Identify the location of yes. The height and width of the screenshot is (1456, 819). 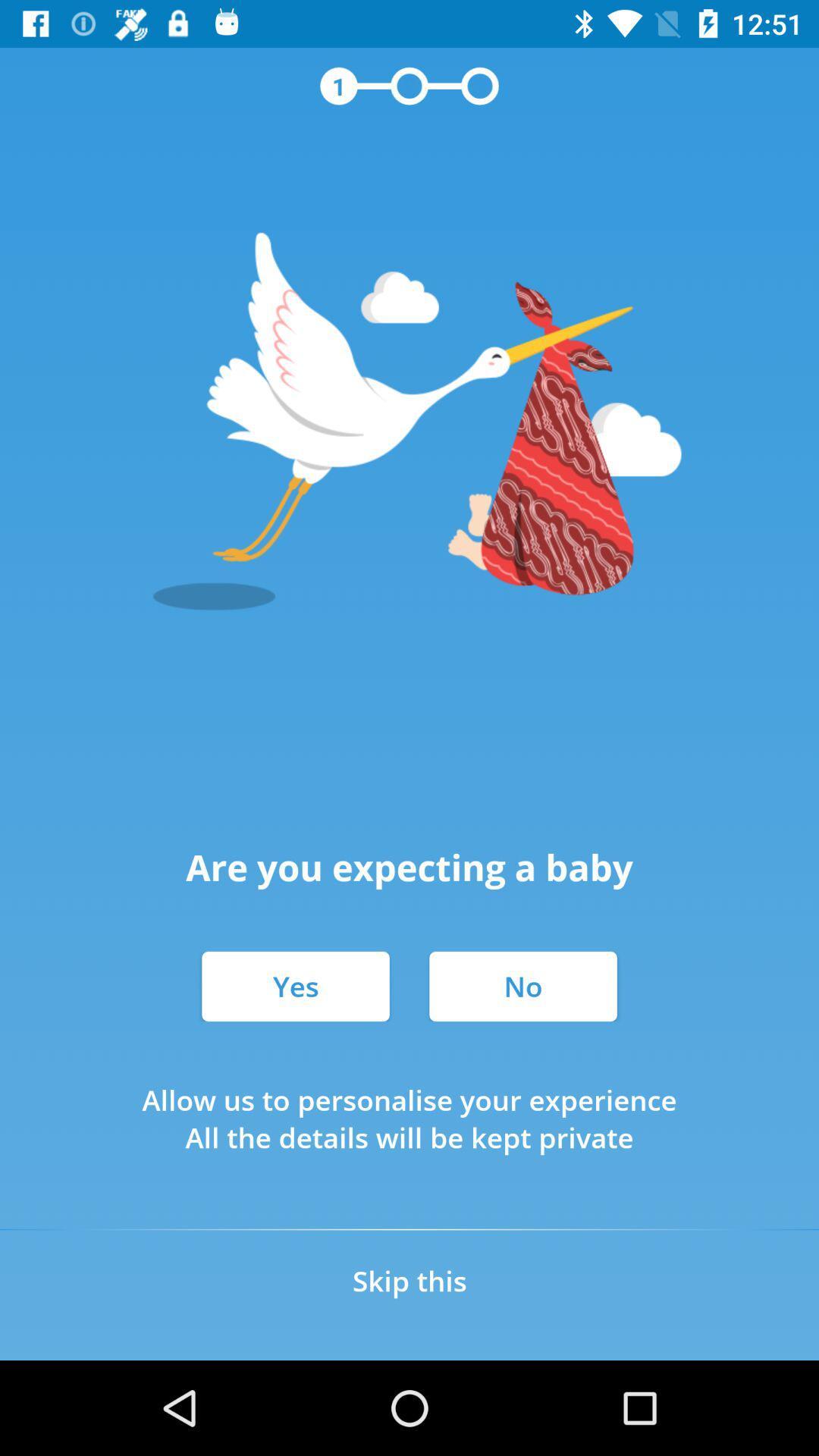
(295, 986).